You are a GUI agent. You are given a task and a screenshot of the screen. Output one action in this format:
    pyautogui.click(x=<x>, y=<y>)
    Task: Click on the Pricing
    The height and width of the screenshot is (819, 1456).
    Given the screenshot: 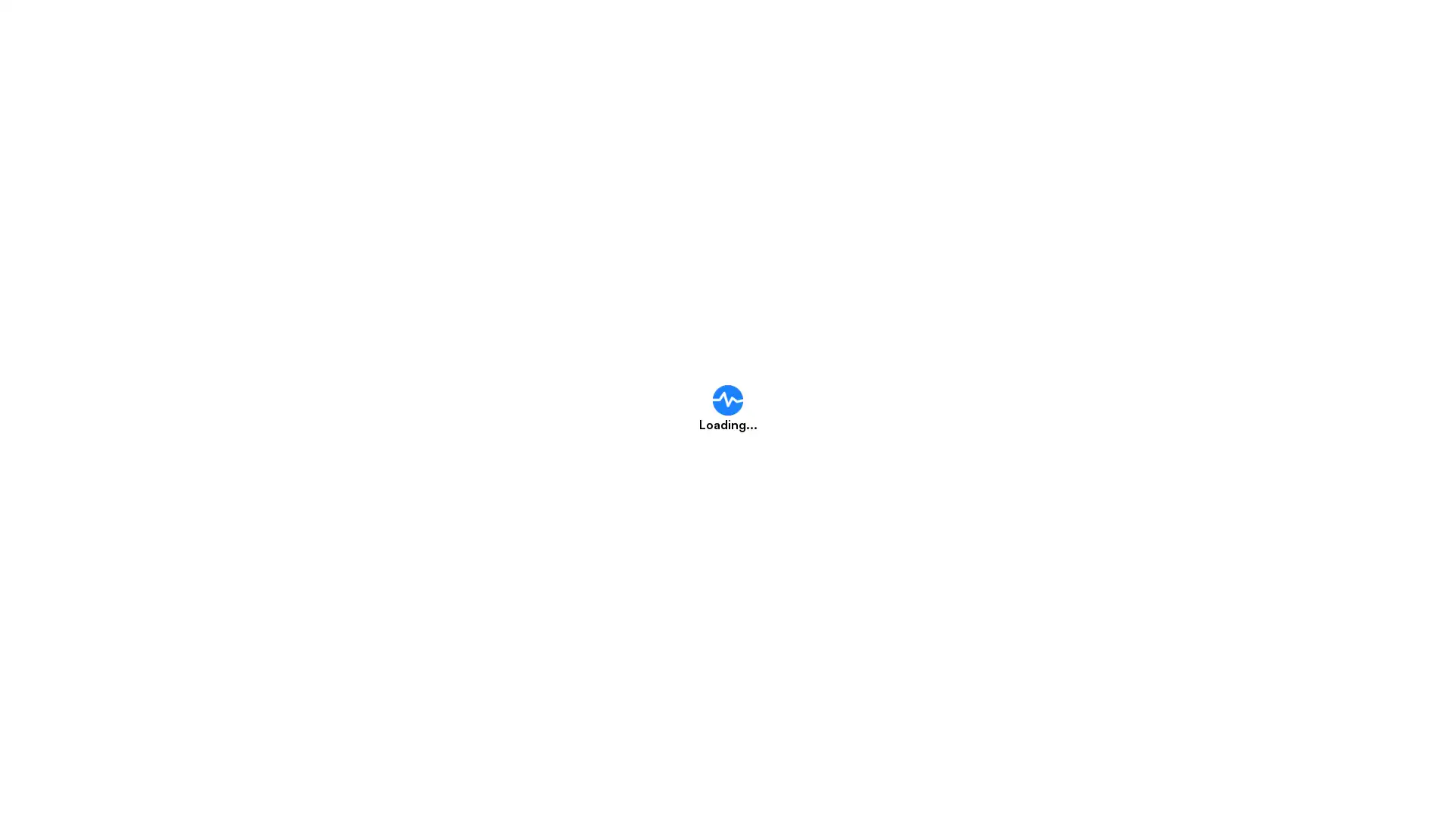 What is the action you would take?
    pyautogui.click(x=841, y=30)
    